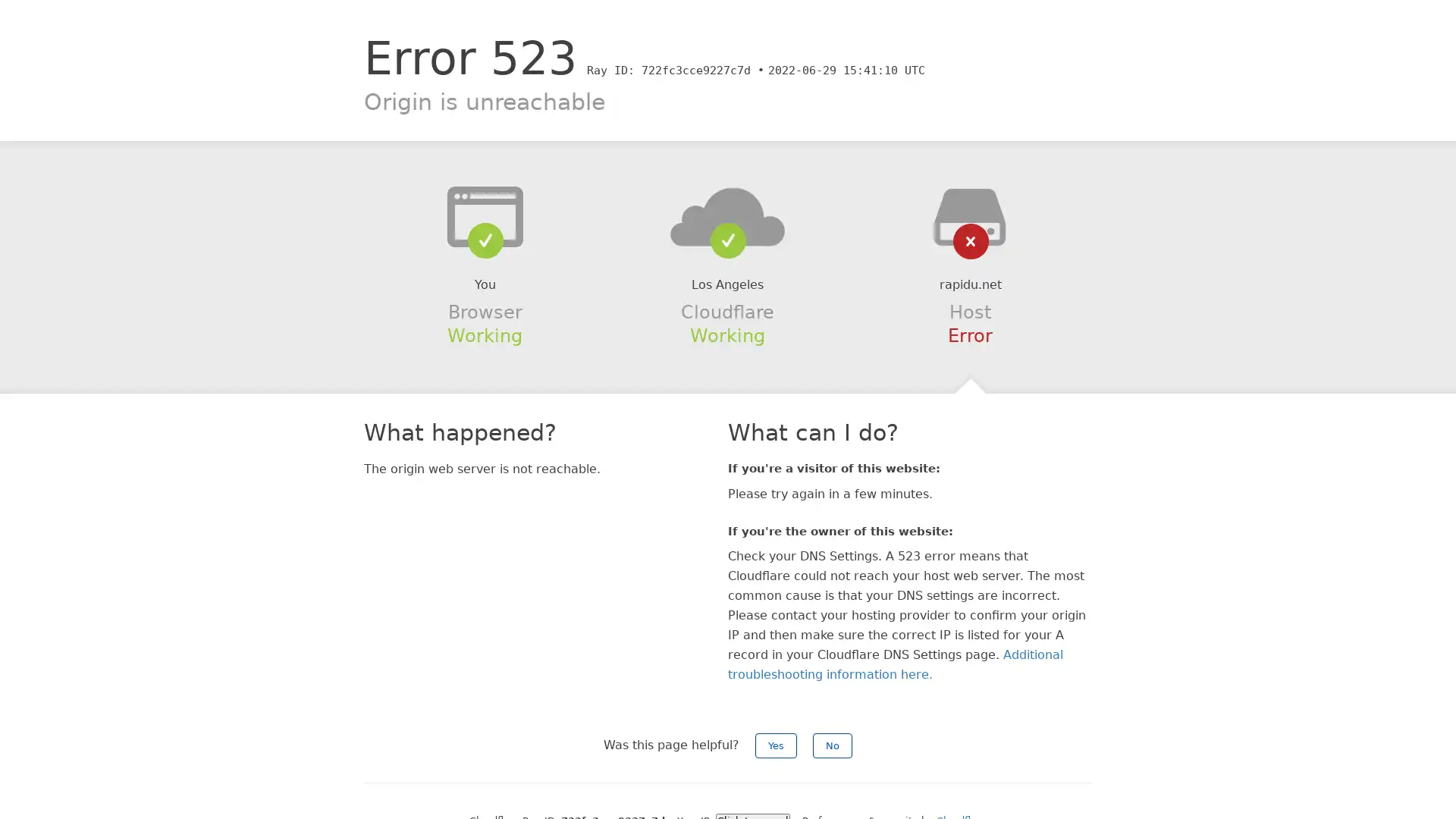  What do you see at coordinates (776, 745) in the screenshot?
I see `Yes` at bounding box center [776, 745].